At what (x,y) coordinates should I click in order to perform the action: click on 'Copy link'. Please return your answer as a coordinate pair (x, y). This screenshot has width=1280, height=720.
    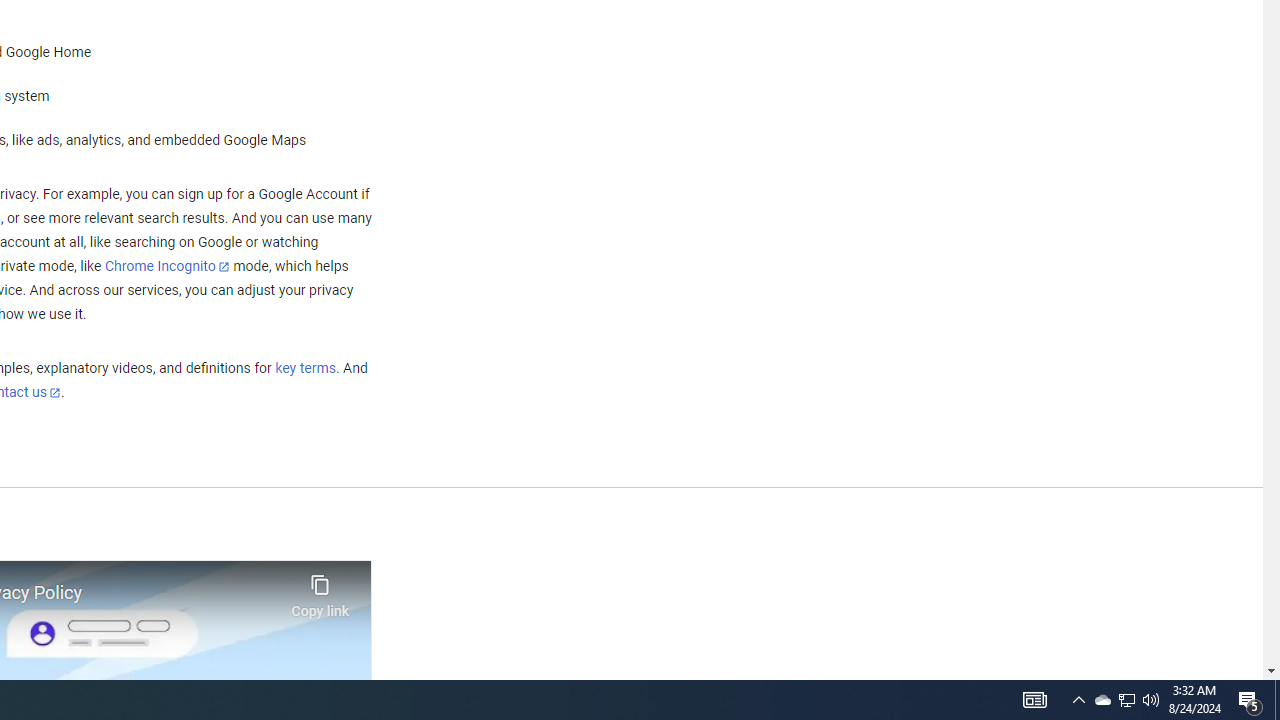
    Looking at the image, I should click on (320, 590).